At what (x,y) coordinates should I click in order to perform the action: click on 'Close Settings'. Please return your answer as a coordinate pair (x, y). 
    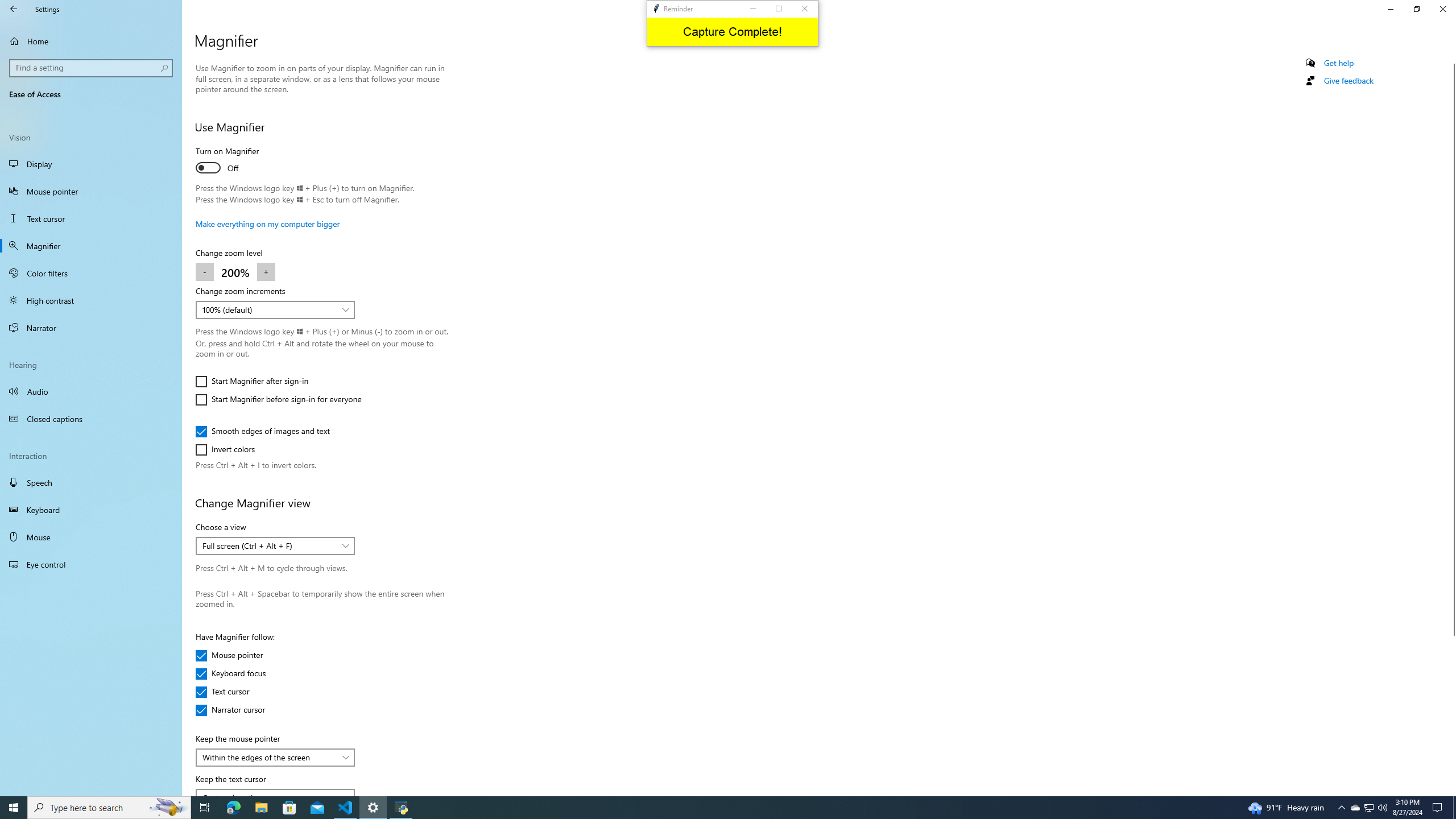
    Looking at the image, I should click on (1442, 9).